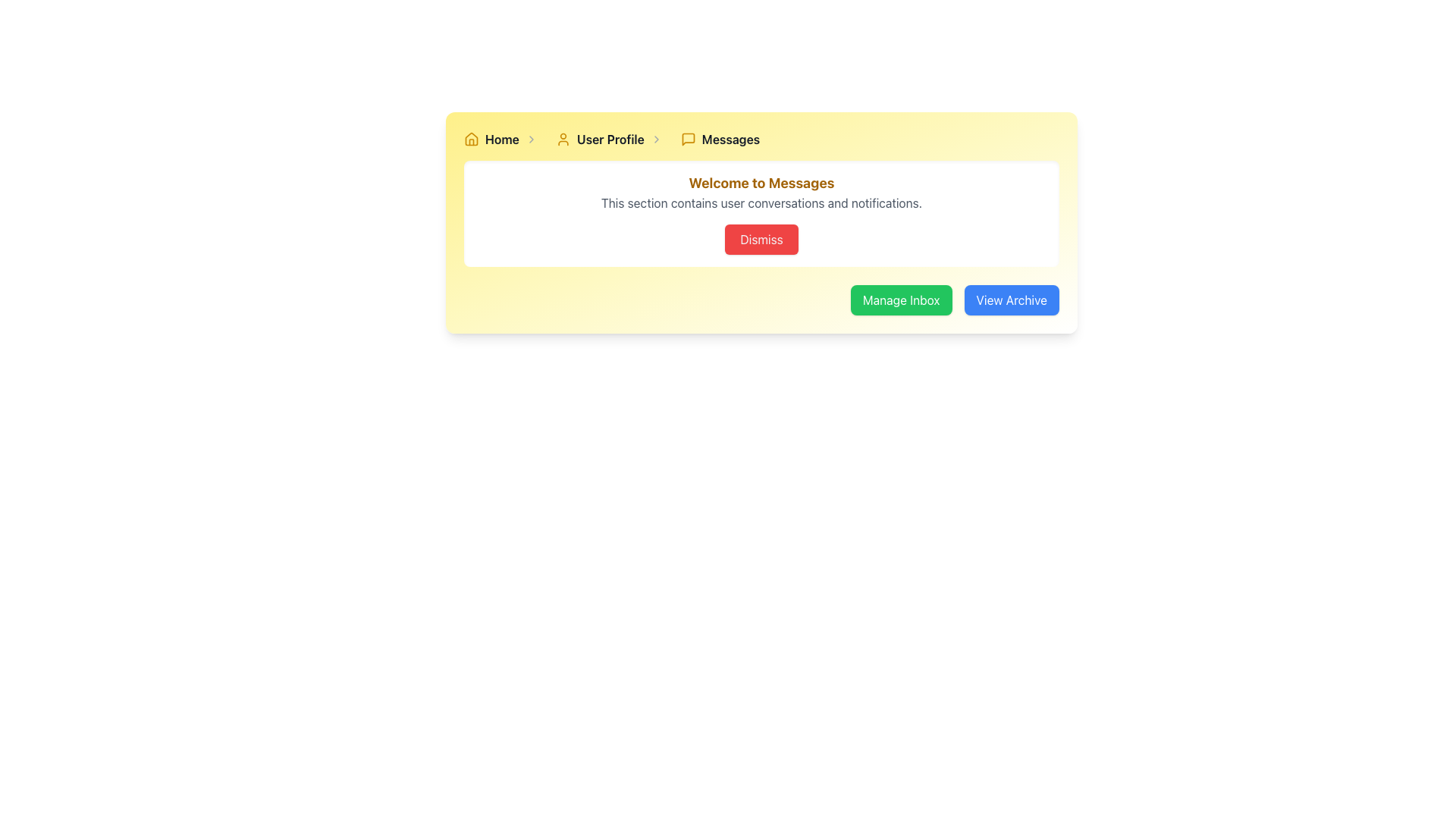  Describe the element at coordinates (471, 140) in the screenshot. I see `the small yellow house-shaped icon representing 'Home'` at that location.